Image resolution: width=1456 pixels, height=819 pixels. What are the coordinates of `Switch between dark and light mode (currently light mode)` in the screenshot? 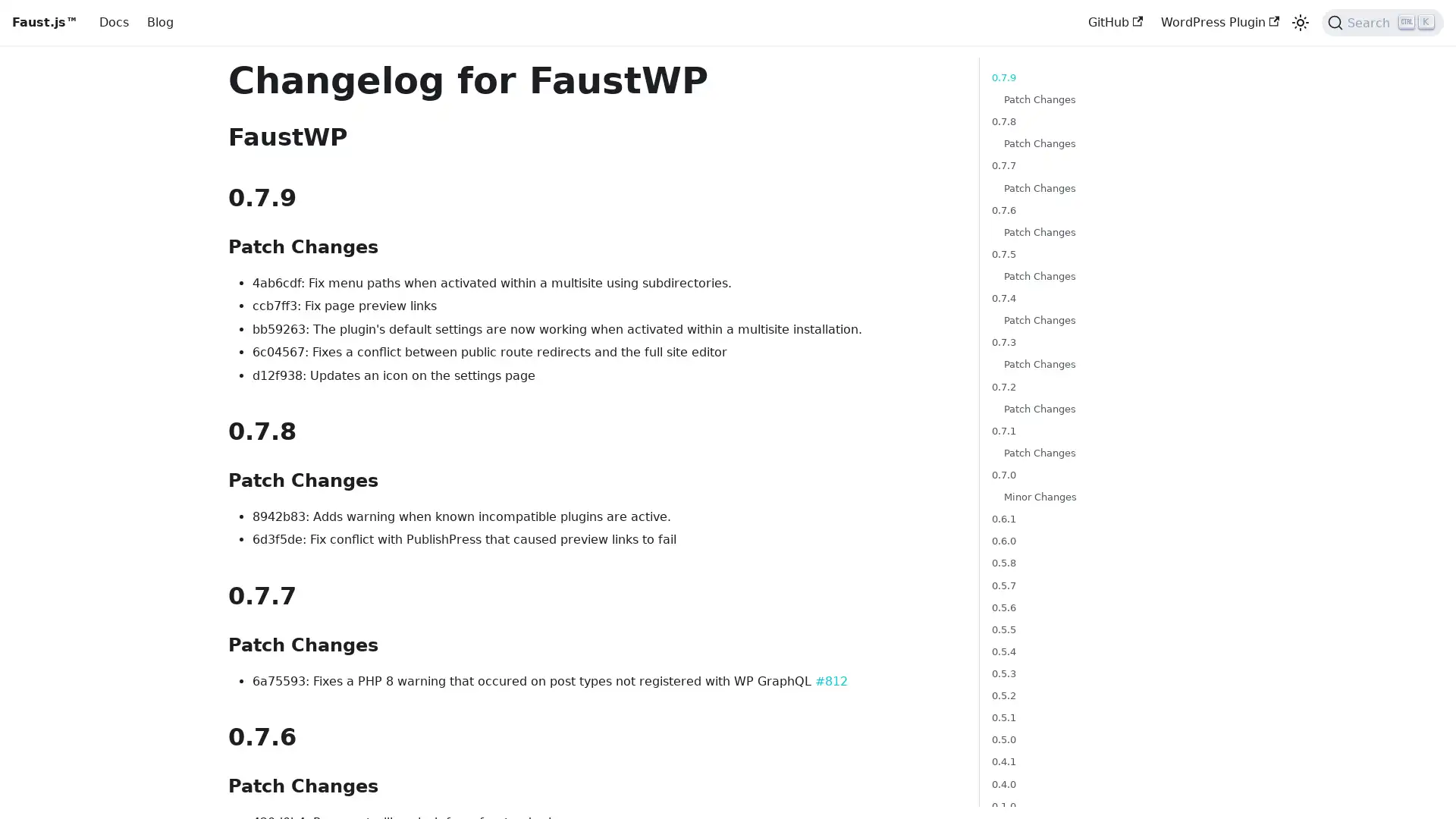 It's located at (1299, 23).